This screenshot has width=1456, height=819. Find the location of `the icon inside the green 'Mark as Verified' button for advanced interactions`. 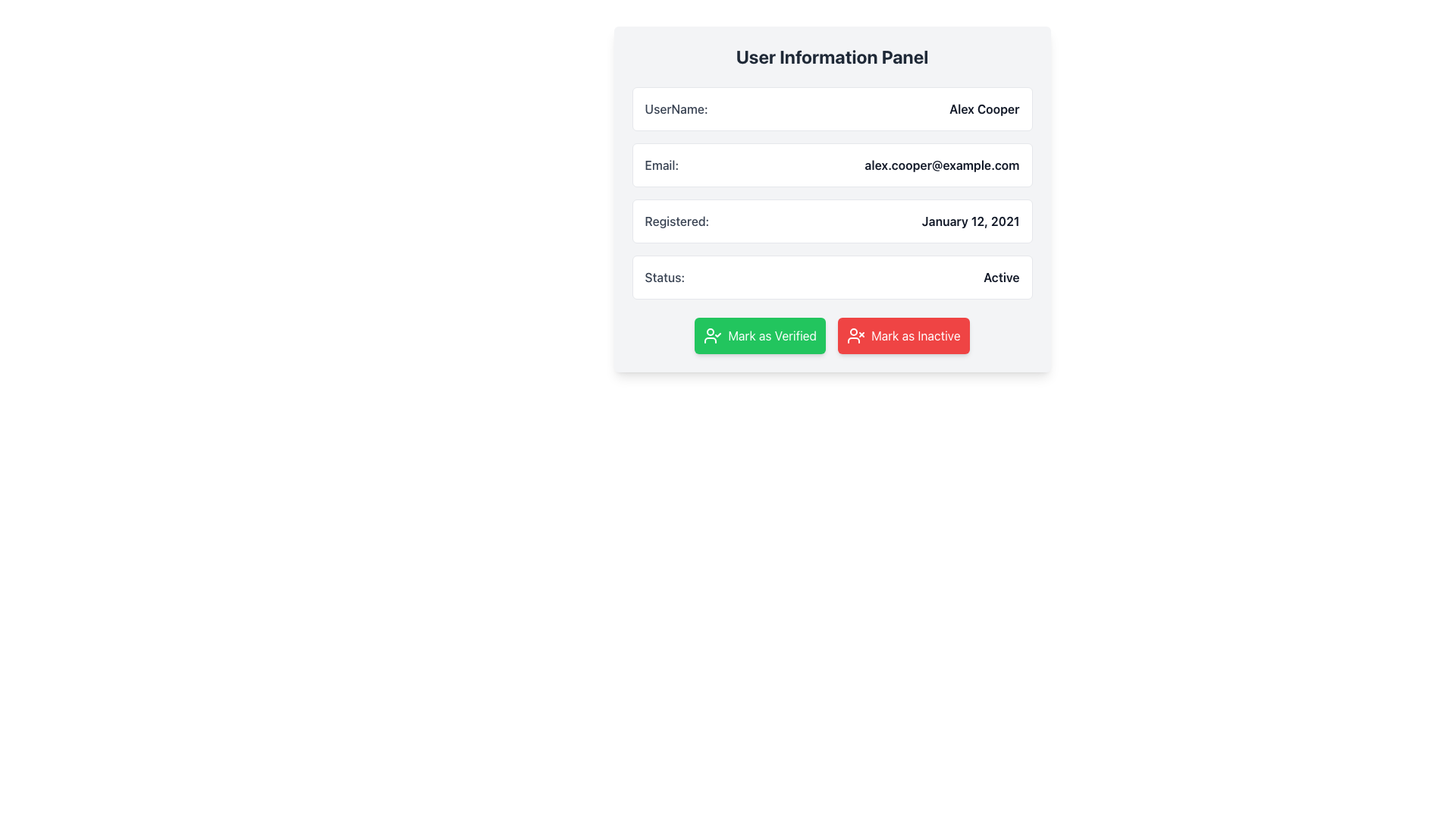

the icon inside the green 'Mark as Verified' button for advanced interactions is located at coordinates (712, 335).